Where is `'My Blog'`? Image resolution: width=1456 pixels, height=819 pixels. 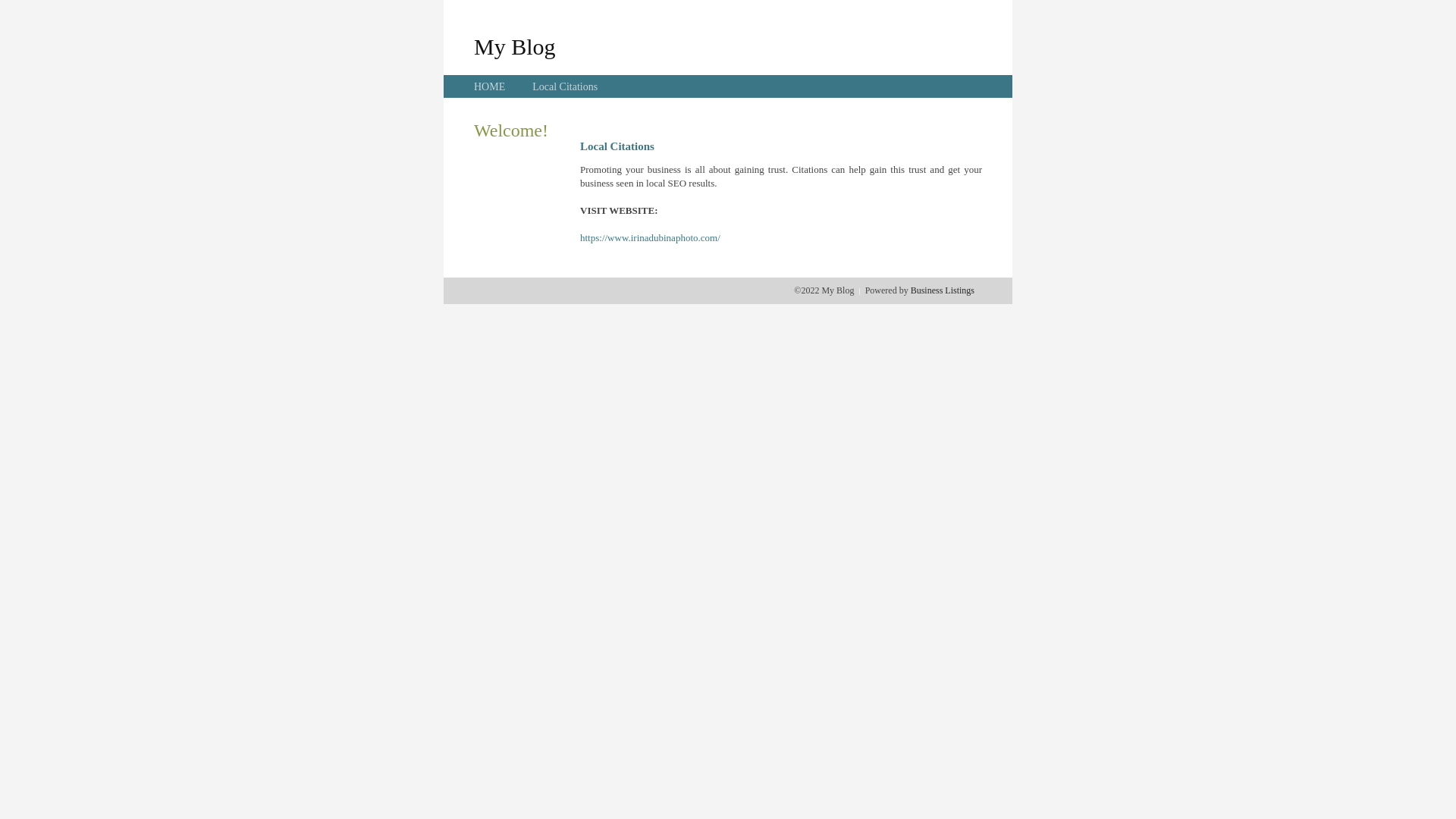
'My Blog' is located at coordinates (514, 45).